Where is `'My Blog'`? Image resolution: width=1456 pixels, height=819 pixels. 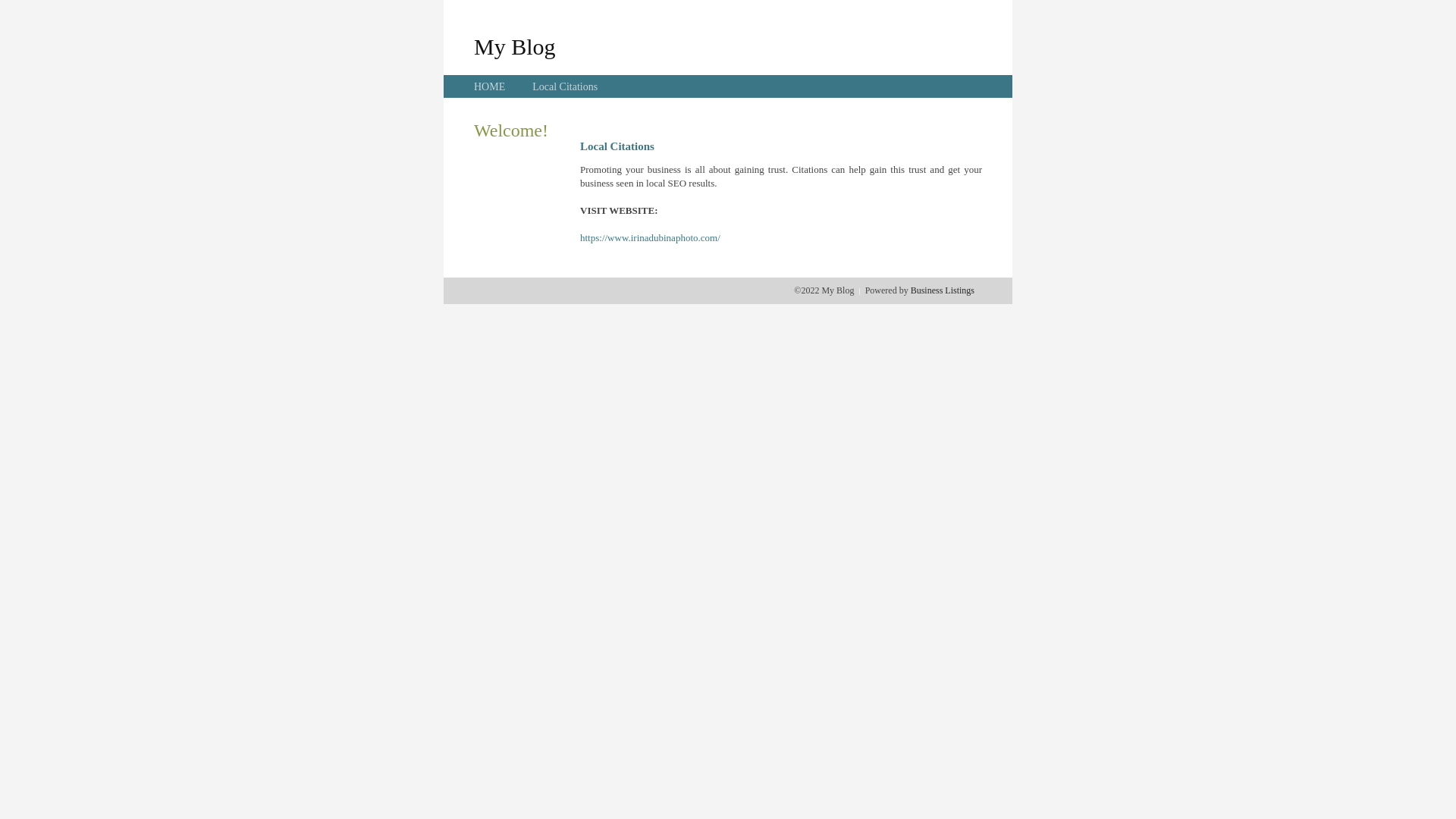
'My Blog' is located at coordinates (514, 45).